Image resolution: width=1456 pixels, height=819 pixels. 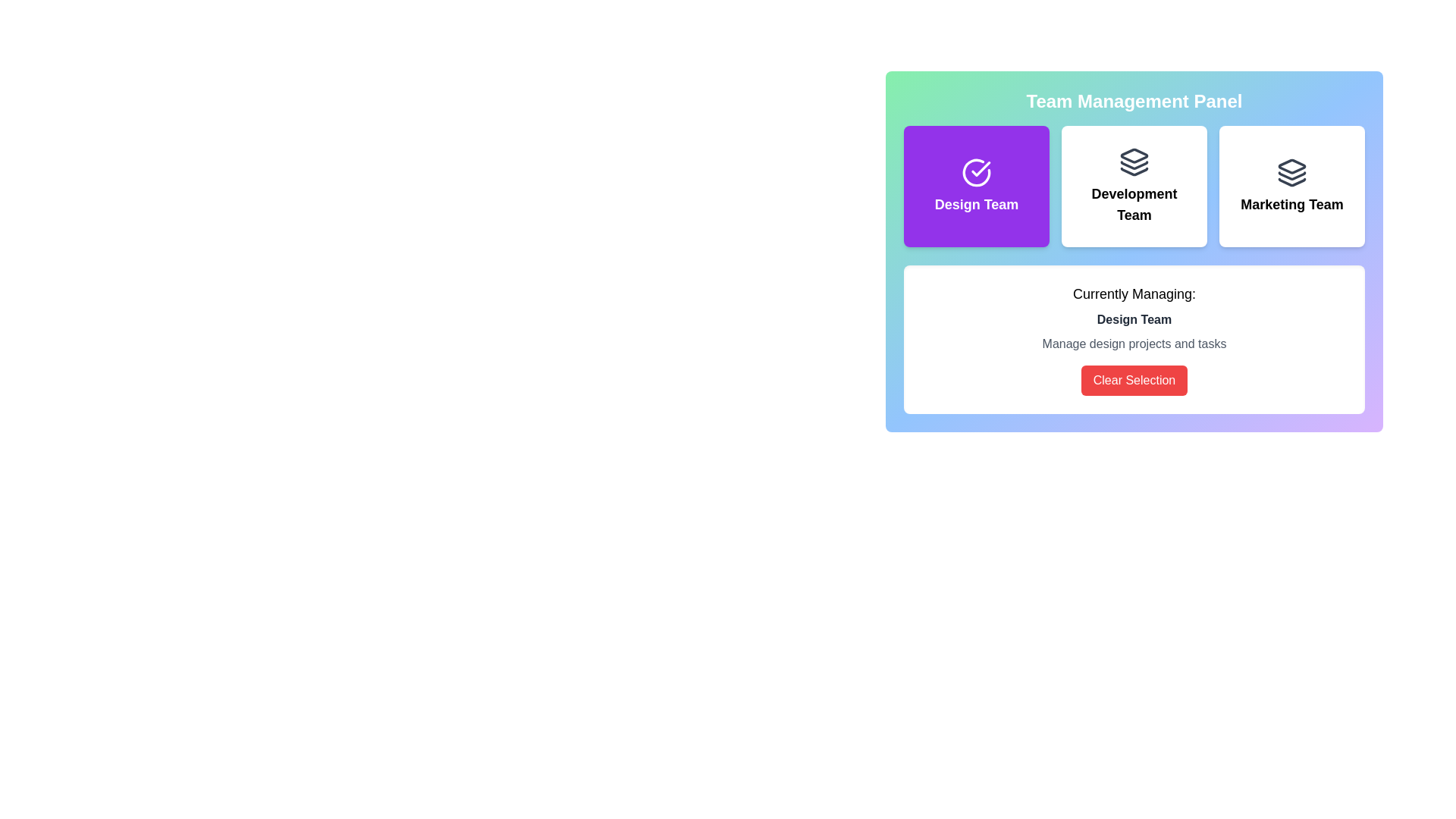 I want to click on the 'Development Team' icon which visually represents the menu option, located at the center-top of the 'Development Team' interface card, so click(x=1134, y=162).